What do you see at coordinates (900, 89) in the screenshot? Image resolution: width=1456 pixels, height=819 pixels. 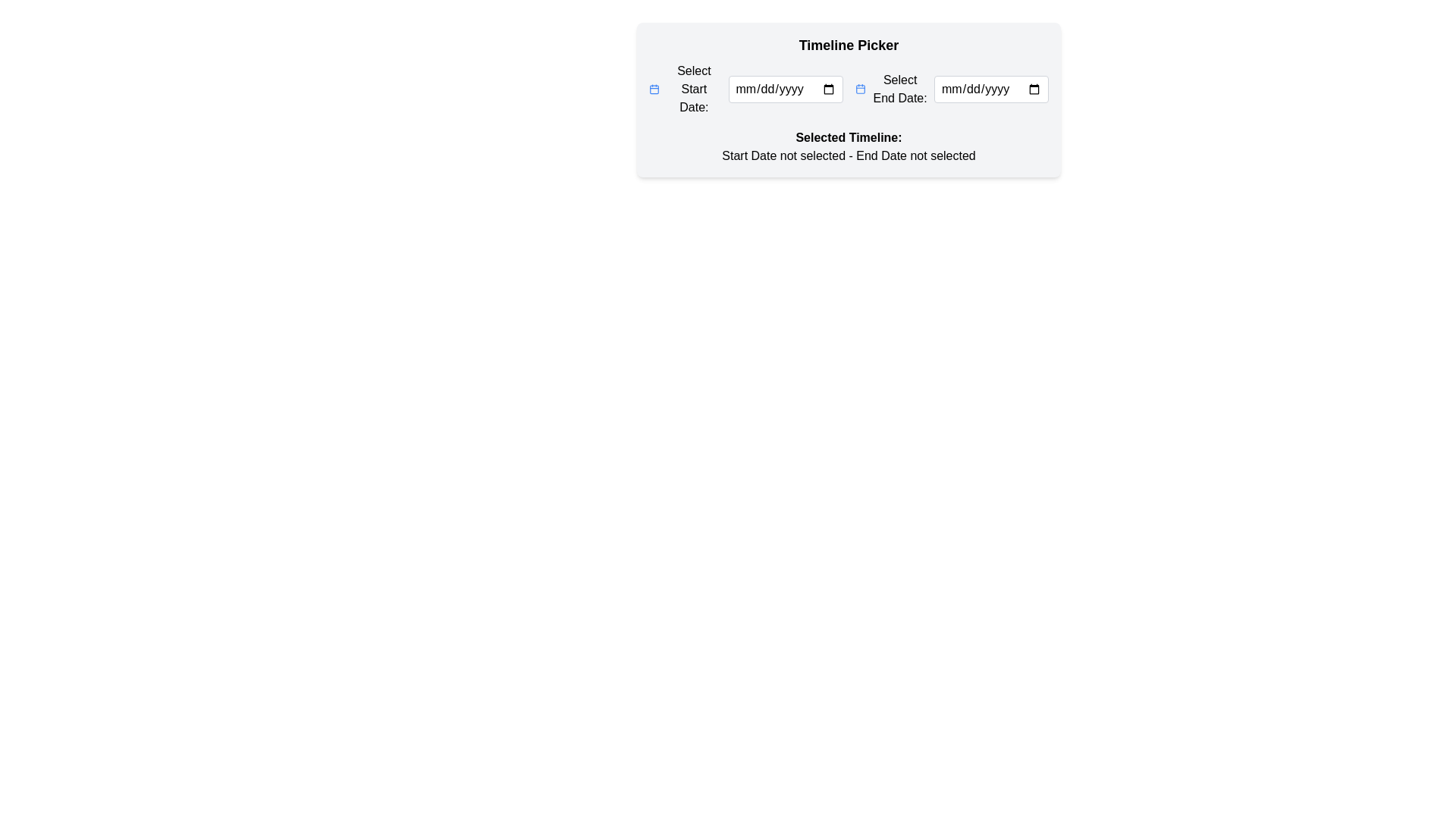 I see `the text label that displays 'Select End Date:' which is positioned to the right of the 'Select Start Date:' label and its input field` at bounding box center [900, 89].